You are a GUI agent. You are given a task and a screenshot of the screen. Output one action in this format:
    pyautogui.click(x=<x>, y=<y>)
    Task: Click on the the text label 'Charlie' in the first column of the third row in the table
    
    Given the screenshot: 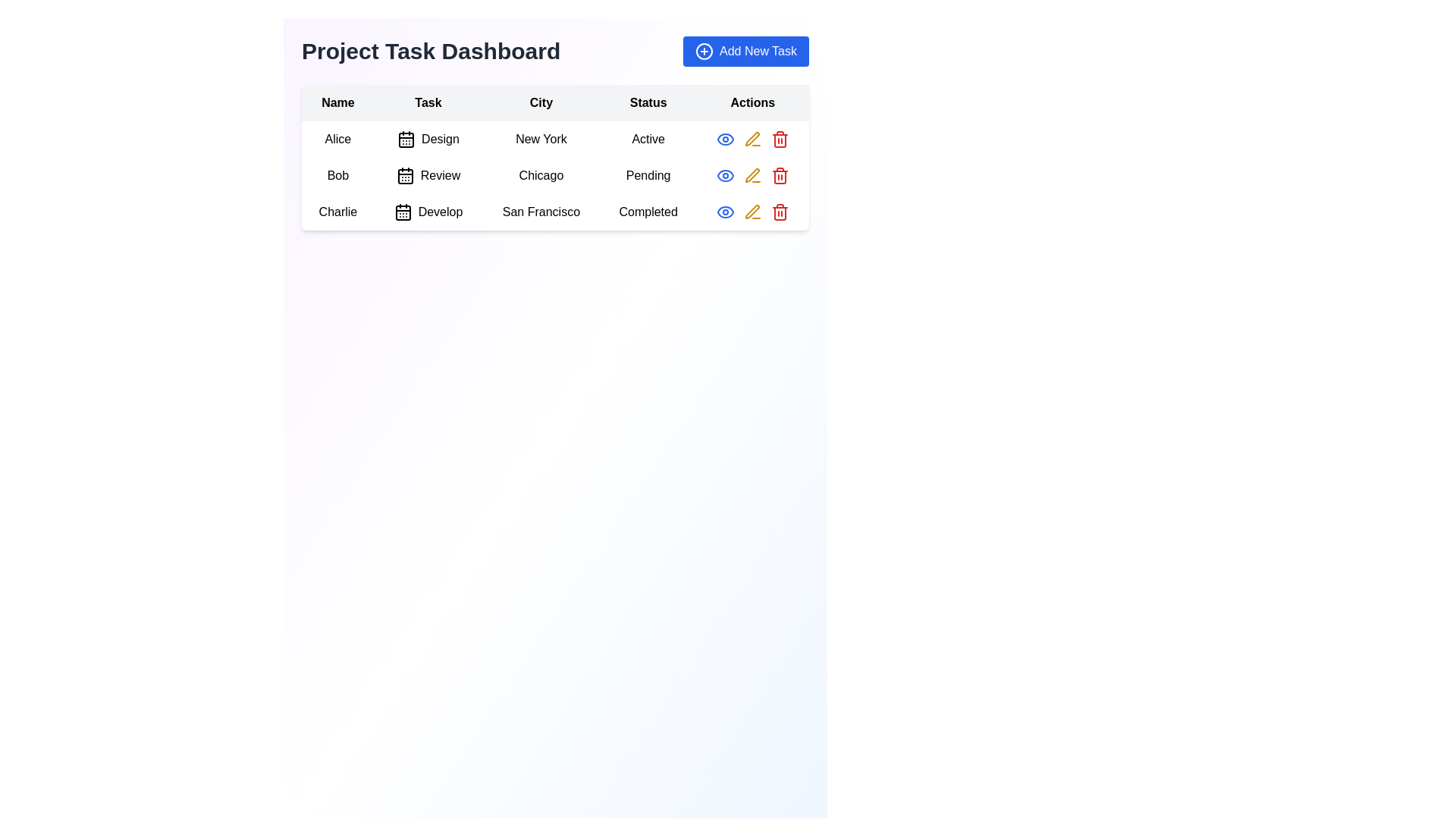 What is the action you would take?
    pyautogui.click(x=337, y=212)
    